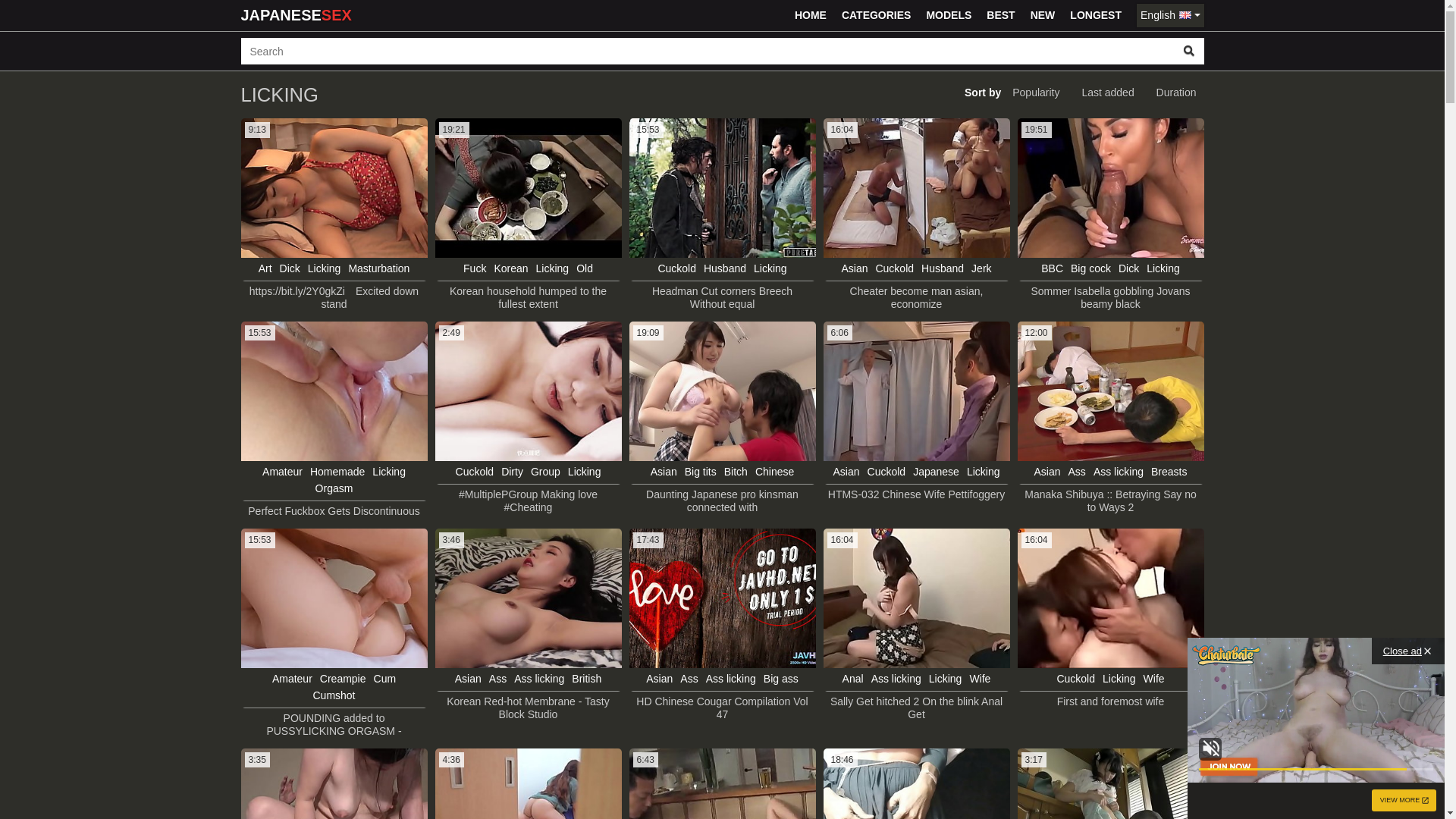 The height and width of the screenshot is (819, 1456). Describe the element at coordinates (1051, 268) in the screenshot. I see `'BBC'` at that location.